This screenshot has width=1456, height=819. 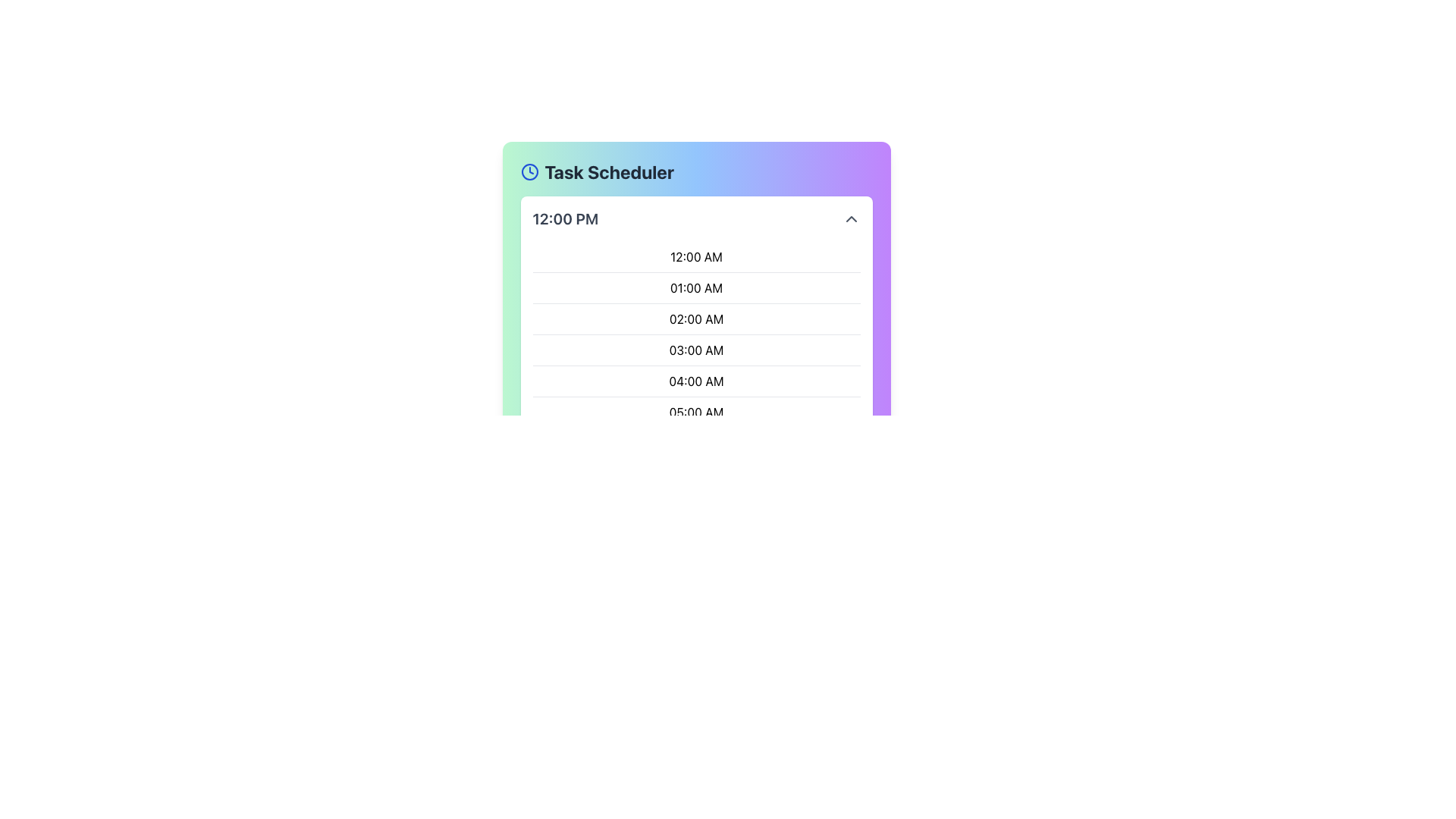 What do you see at coordinates (851, 219) in the screenshot?
I see `the upward chevron-shaped gray button located at the far-right end of the horizontal bar displaying '12:00 PM', which is aligned with the vertical center of the bar` at bounding box center [851, 219].